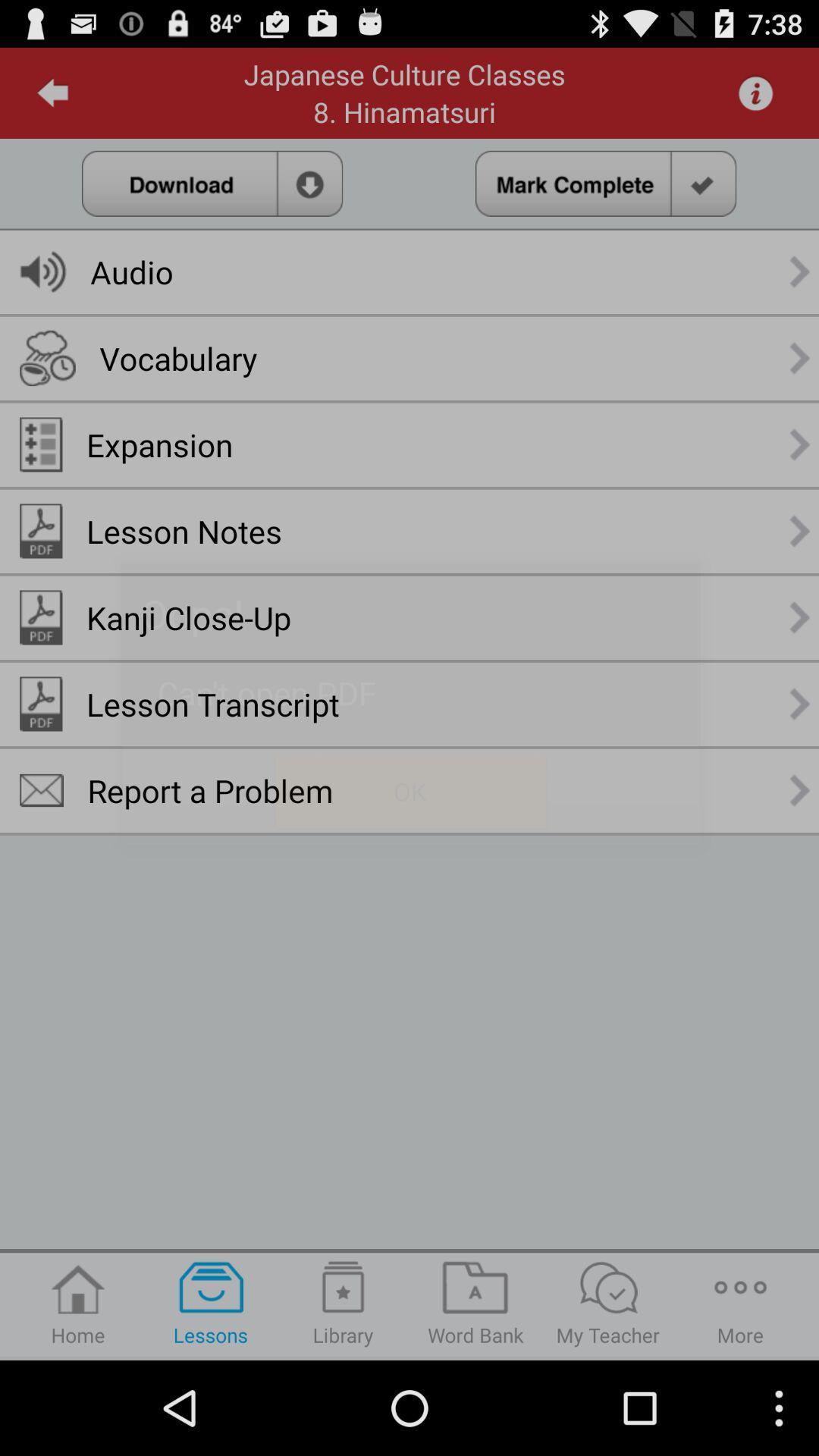  What do you see at coordinates (177, 357) in the screenshot?
I see `the item below audio app` at bounding box center [177, 357].